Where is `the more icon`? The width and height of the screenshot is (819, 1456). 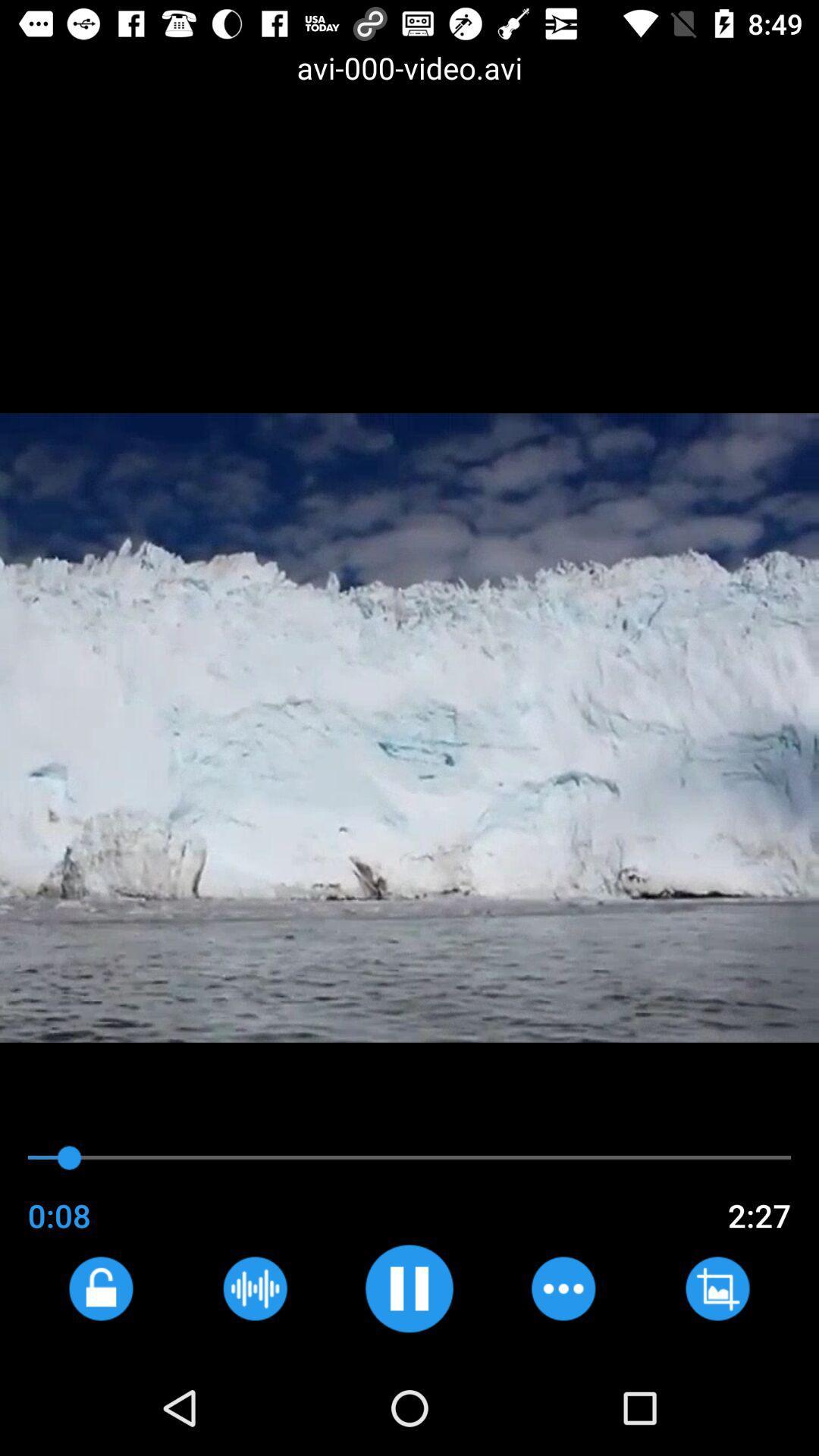
the more icon is located at coordinates (563, 1288).